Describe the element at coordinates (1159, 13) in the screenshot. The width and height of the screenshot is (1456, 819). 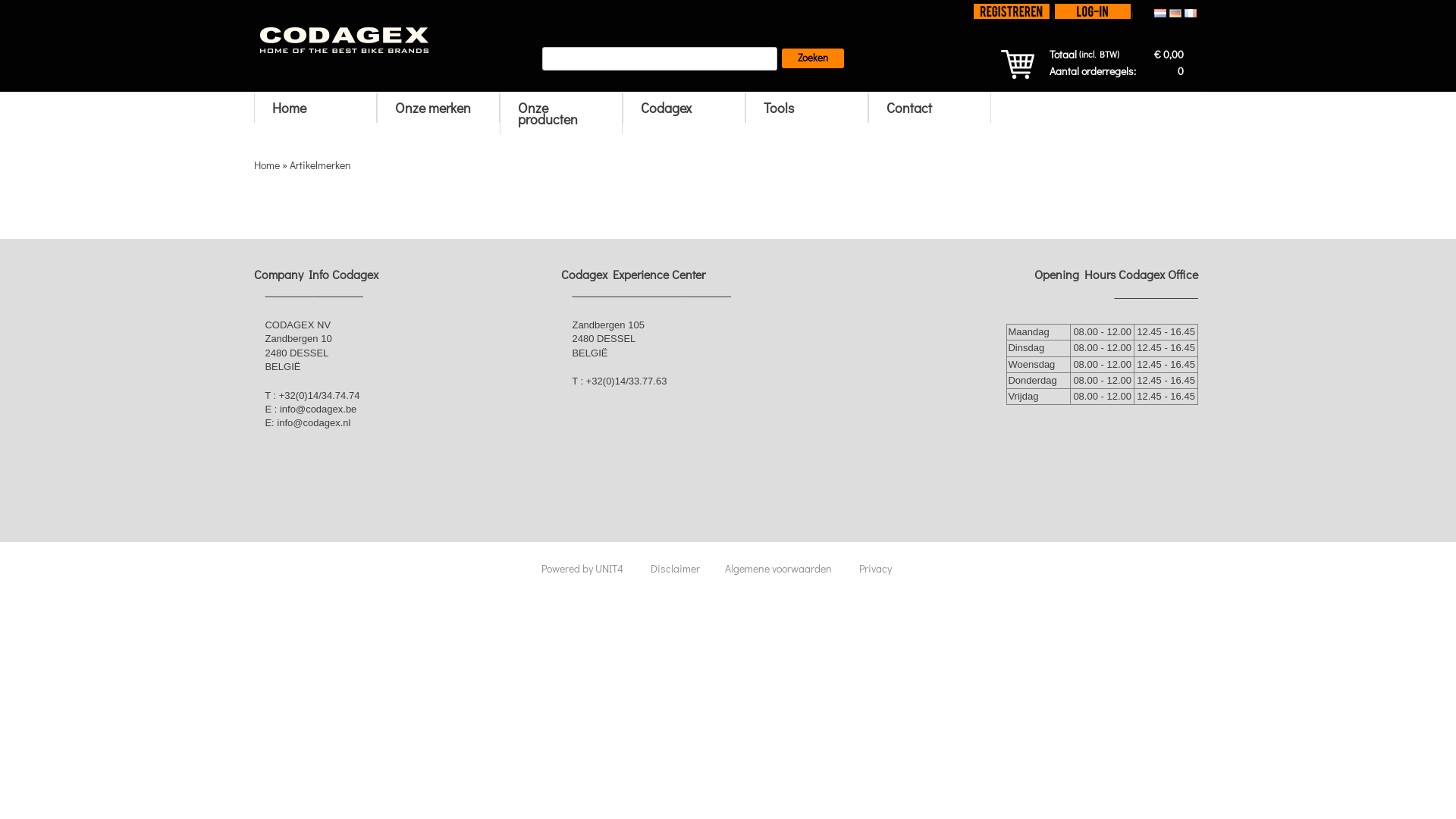
I see `'Nederlands'` at that location.